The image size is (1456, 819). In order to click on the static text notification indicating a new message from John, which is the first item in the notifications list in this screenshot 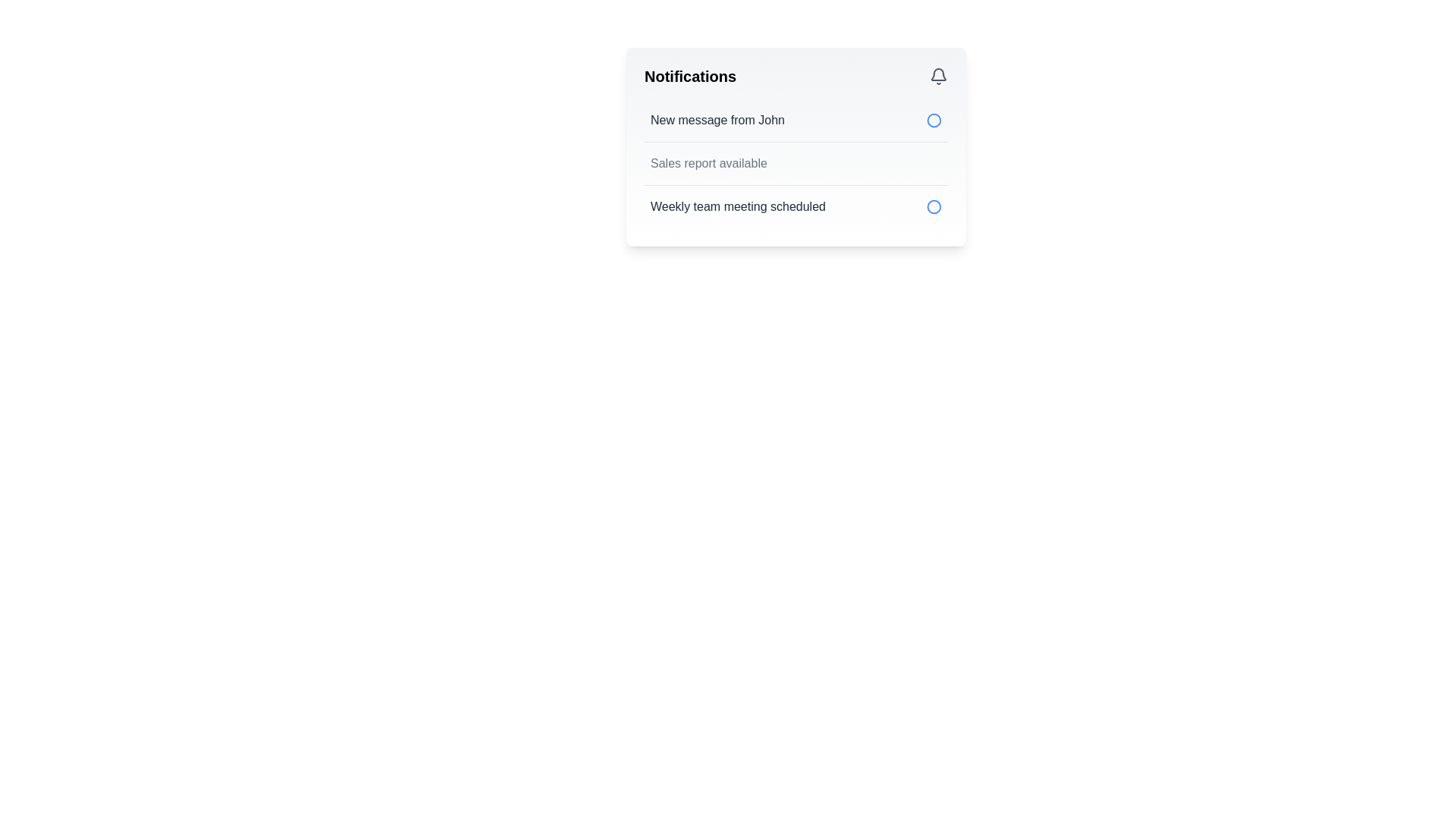, I will do `click(717, 119)`.